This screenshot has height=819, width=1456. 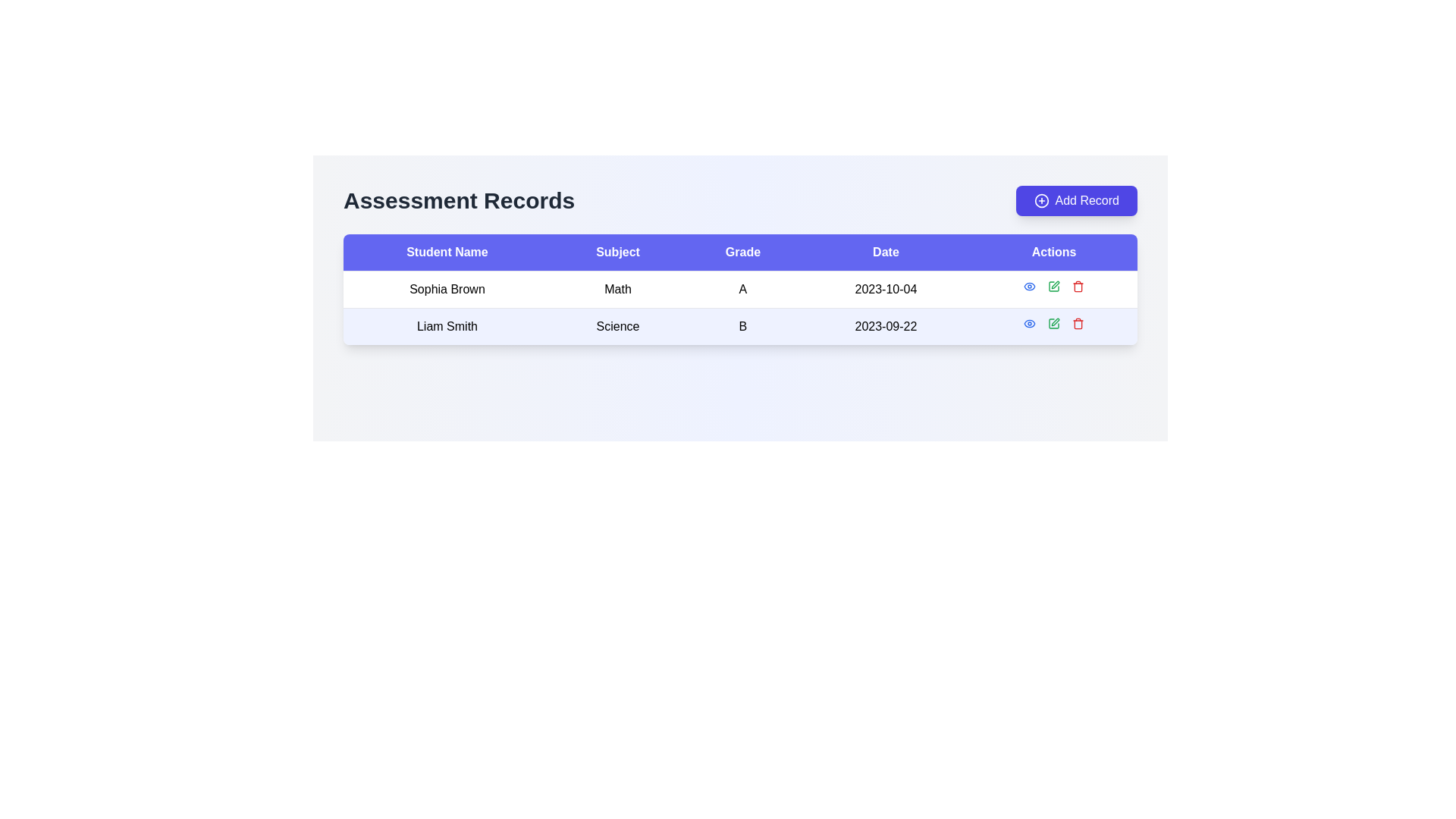 What do you see at coordinates (618, 252) in the screenshot?
I see `the Table Header Cell with the purple background and white text 'Subject', which is the second column header in a table` at bounding box center [618, 252].